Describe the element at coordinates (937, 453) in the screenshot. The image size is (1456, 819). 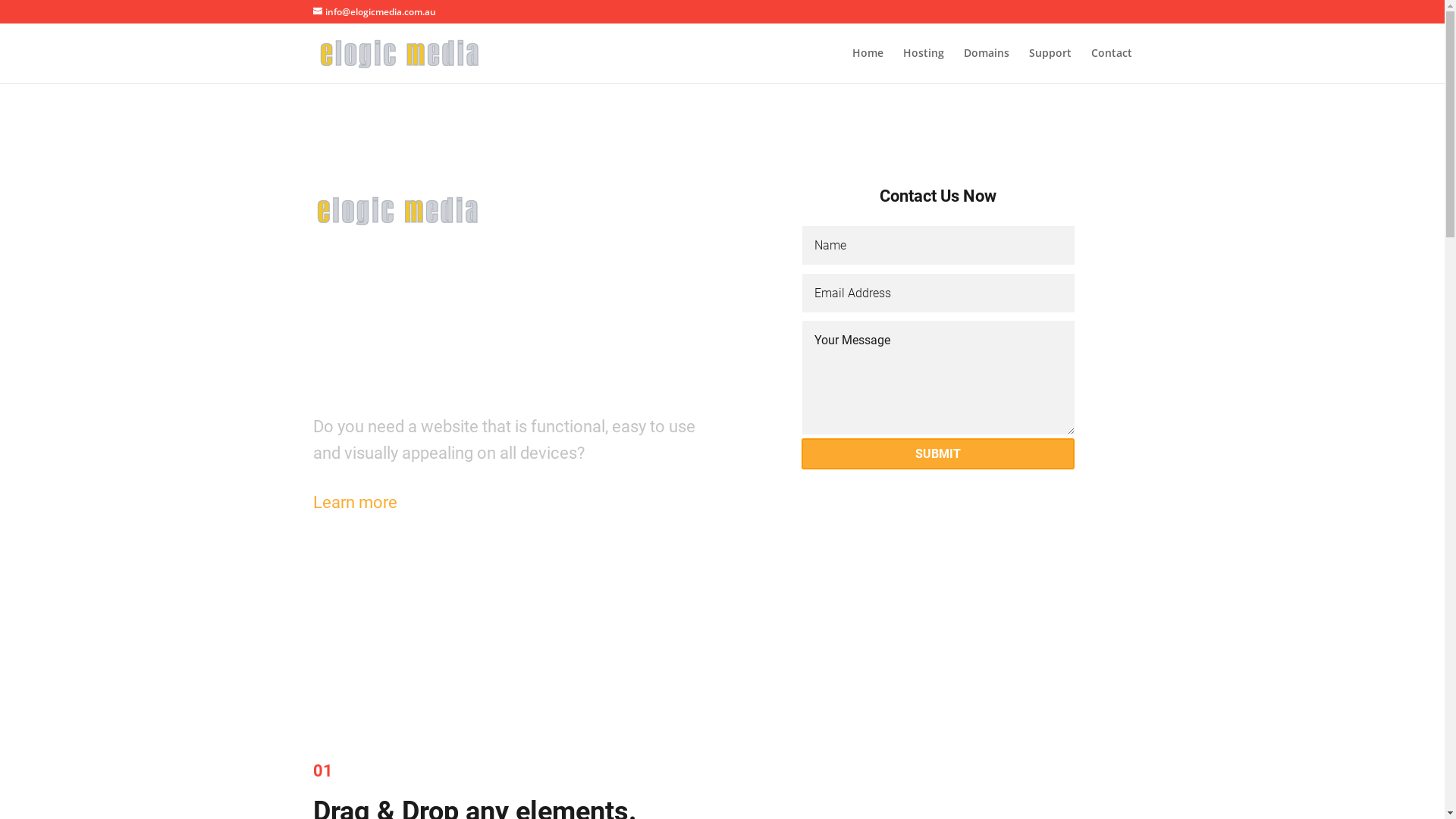
I see `'SUBMIT'` at that location.